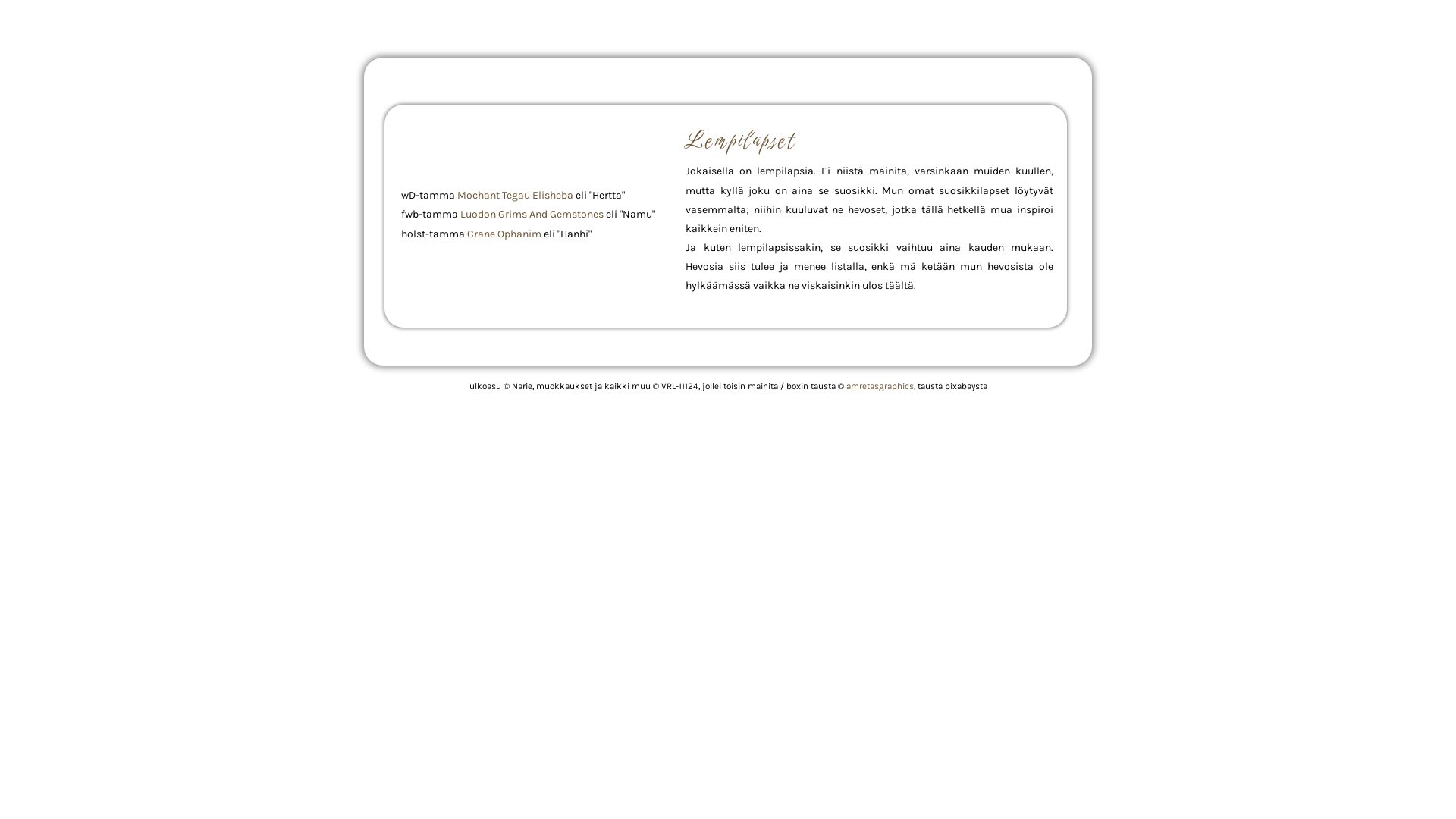  What do you see at coordinates (515, 194) in the screenshot?
I see `'Mochant Tegau Elisheba'` at bounding box center [515, 194].